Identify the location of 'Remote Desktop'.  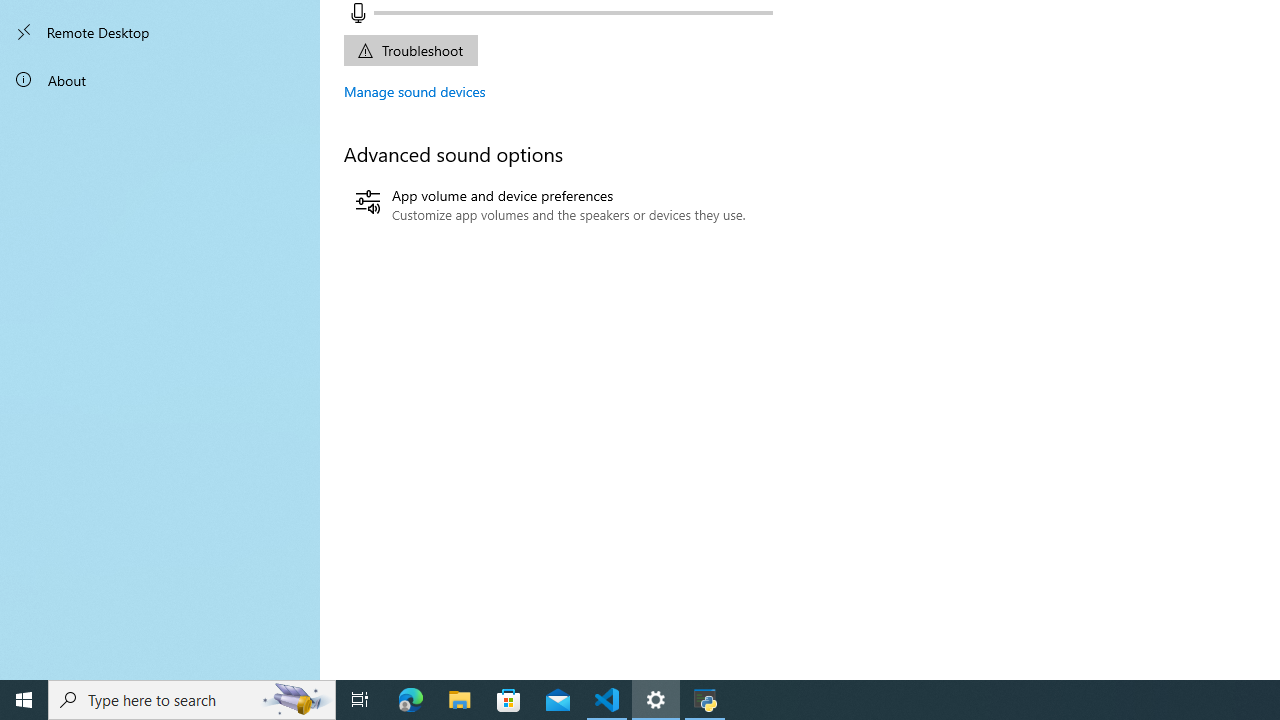
(160, 32).